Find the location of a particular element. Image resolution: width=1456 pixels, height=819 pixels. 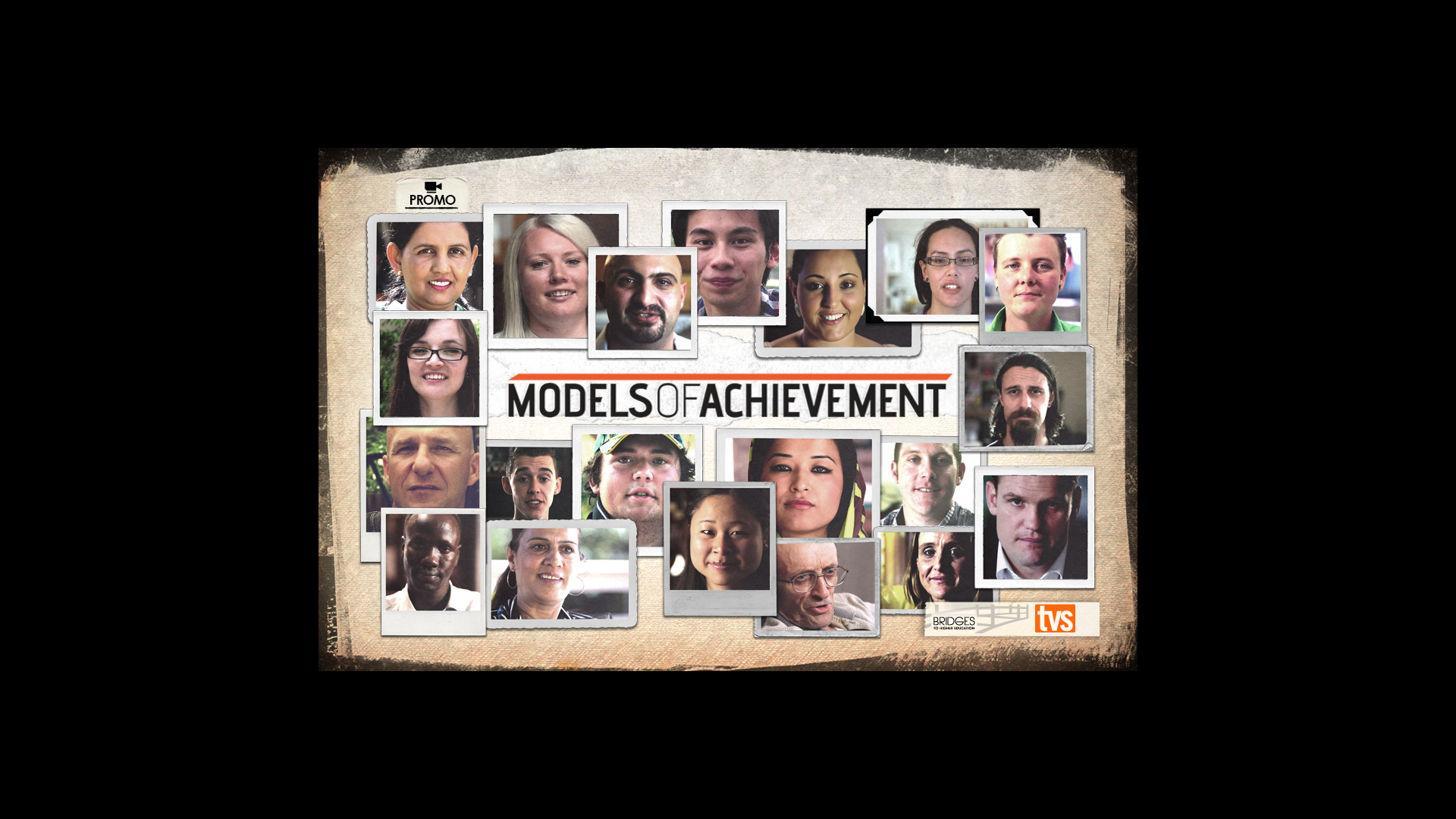

'Watch the promo' is located at coordinates (431, 195).